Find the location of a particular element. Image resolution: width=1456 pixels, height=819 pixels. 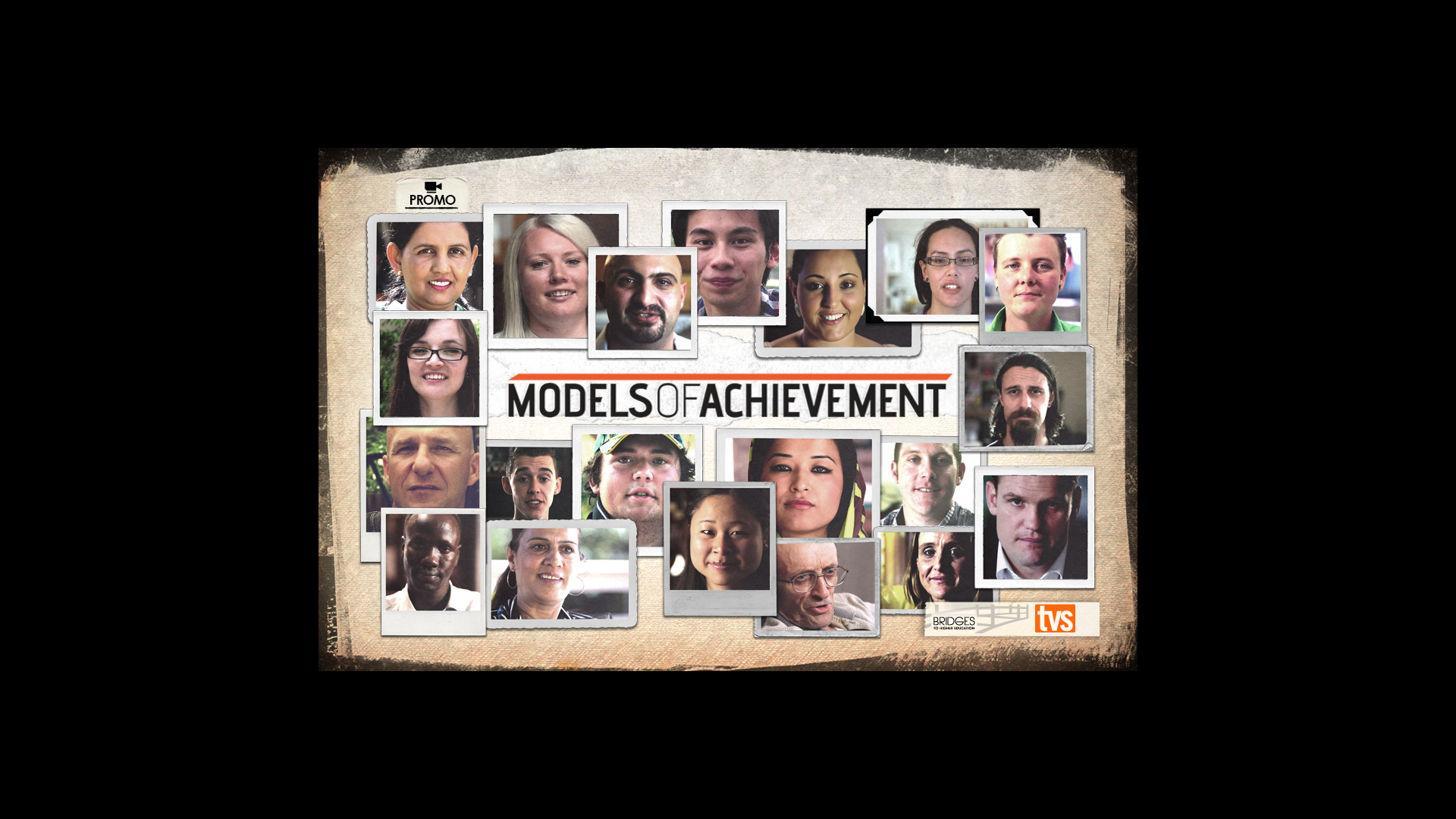

'Watch the promo' is located at coordinates (431, 195).